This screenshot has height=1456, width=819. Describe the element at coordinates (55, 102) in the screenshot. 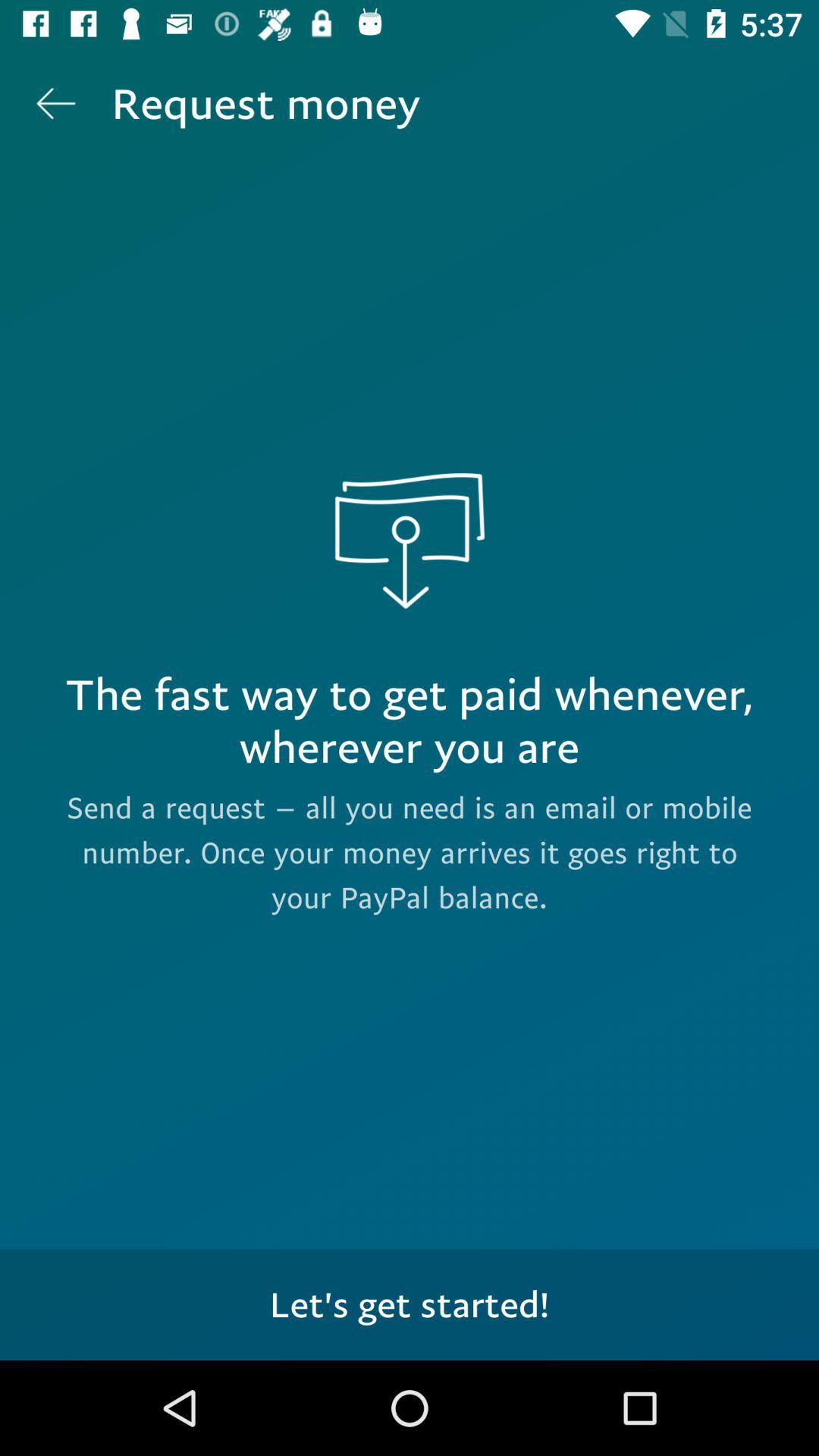

I see `item next to request money` at that location.